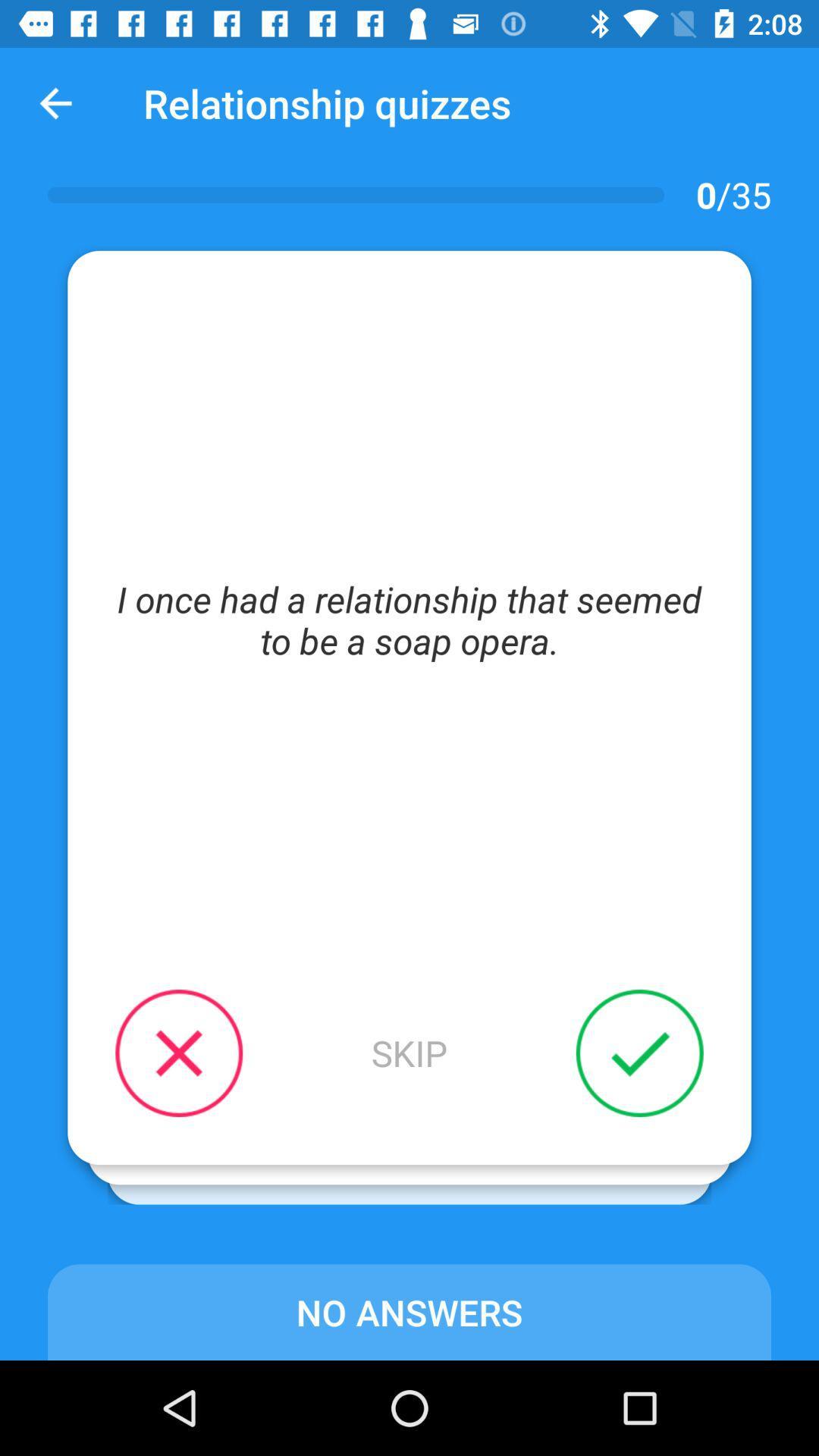 The height and width of the screenshot is (1456, 819). I want to click on the wrong option, so click(177, 1052).